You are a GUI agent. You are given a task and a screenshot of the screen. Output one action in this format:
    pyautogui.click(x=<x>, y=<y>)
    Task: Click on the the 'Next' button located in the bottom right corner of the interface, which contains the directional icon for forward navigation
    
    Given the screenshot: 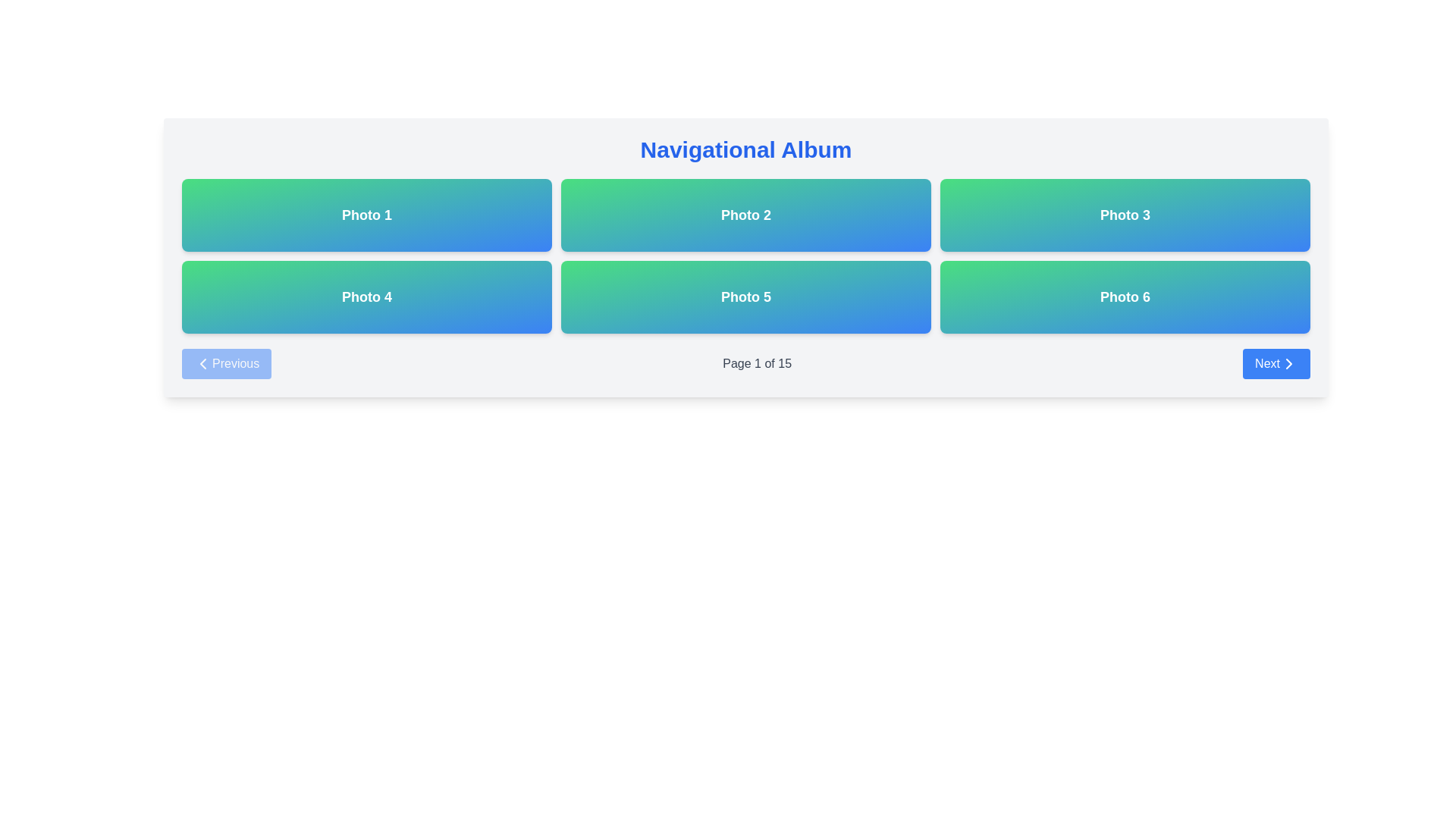 What is the action you would take?
    pyautogui.click(x=1288, y=363)
    